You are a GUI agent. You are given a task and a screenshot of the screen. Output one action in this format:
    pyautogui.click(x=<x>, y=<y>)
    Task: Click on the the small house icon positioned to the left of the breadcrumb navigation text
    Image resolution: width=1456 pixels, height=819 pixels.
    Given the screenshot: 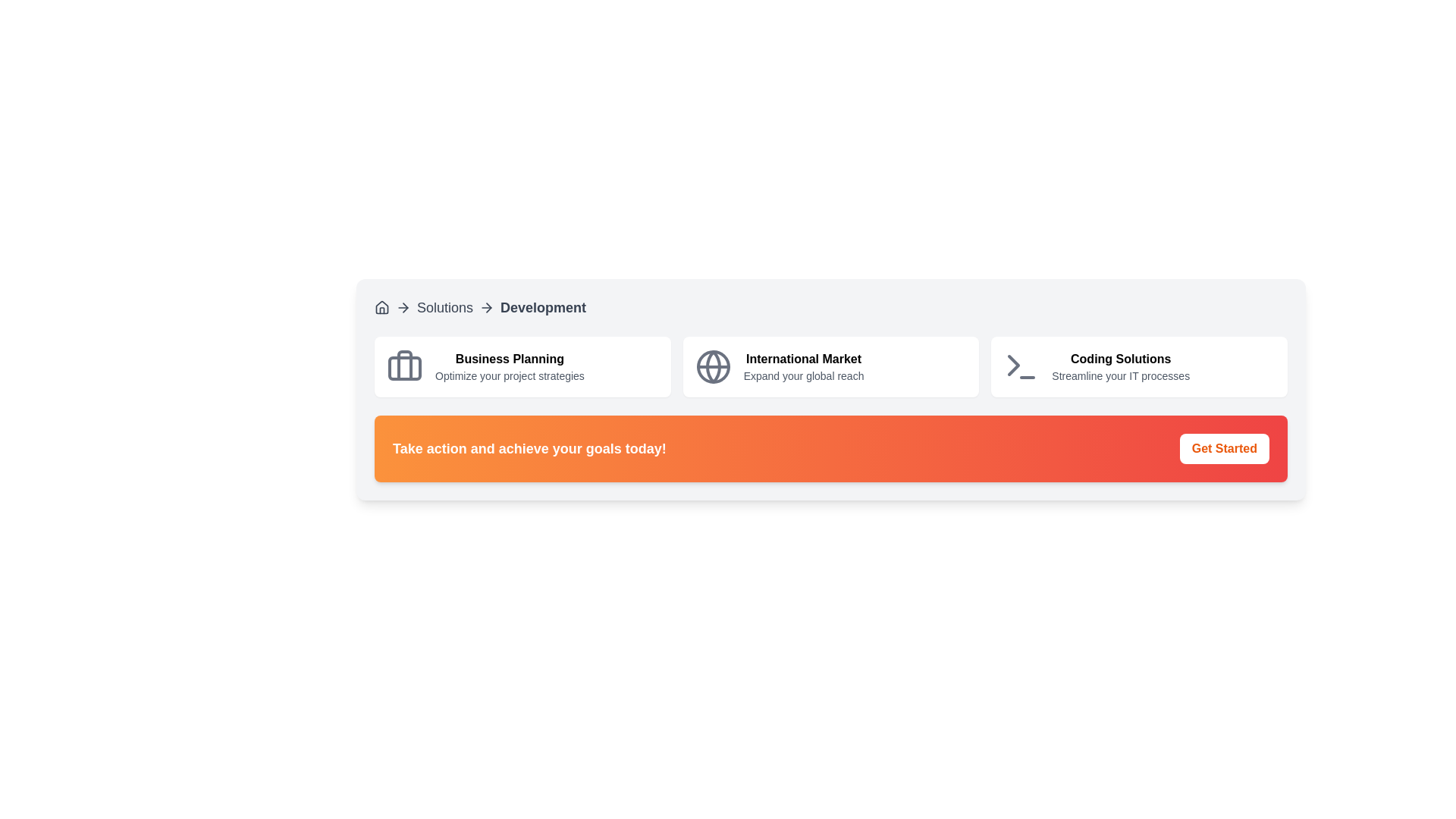 What is the action you would take?
    pyautogui.click(x=382, y=307)
    